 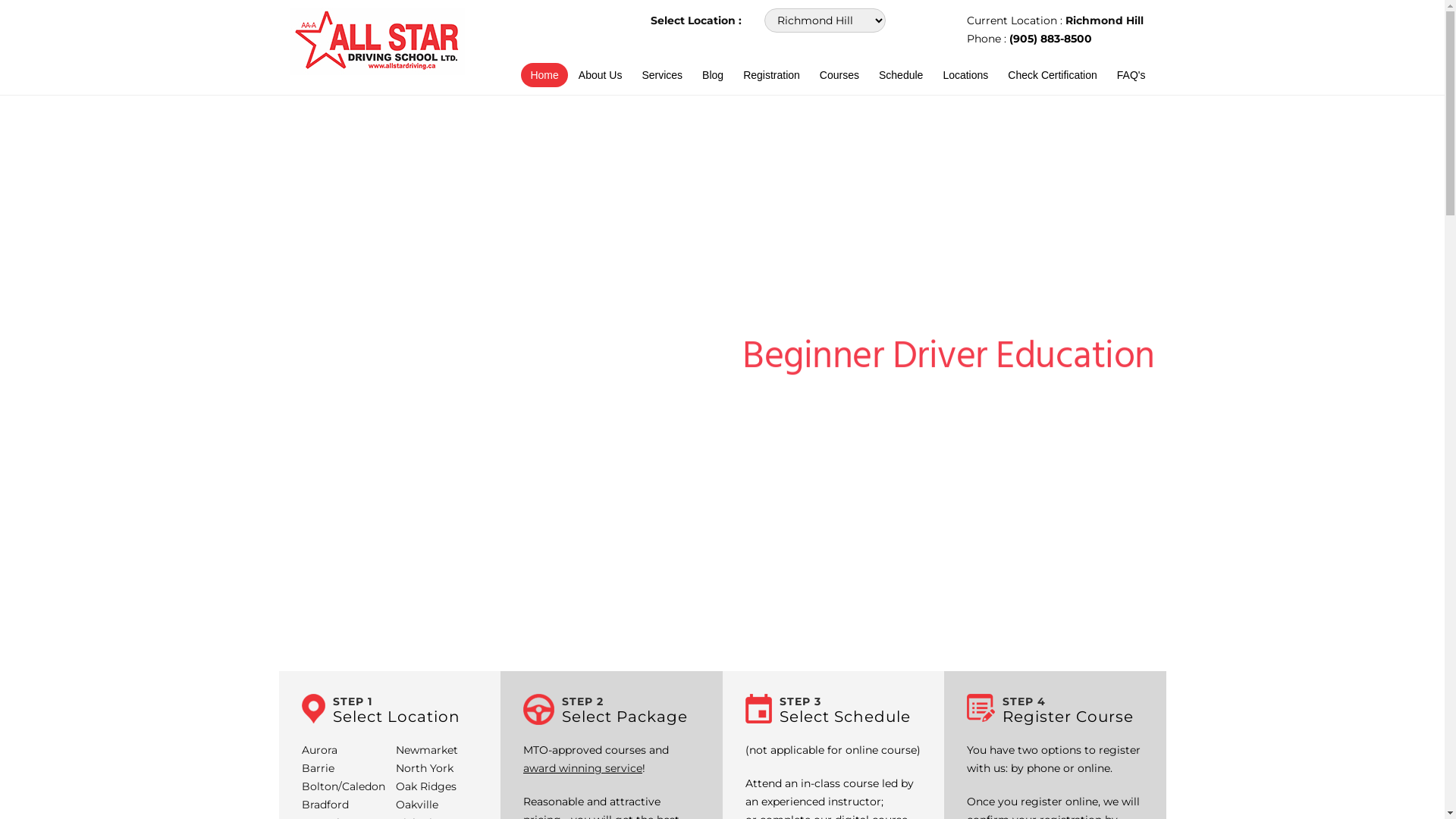 I want to click on 'Barrie', so click(x=317, y=768).